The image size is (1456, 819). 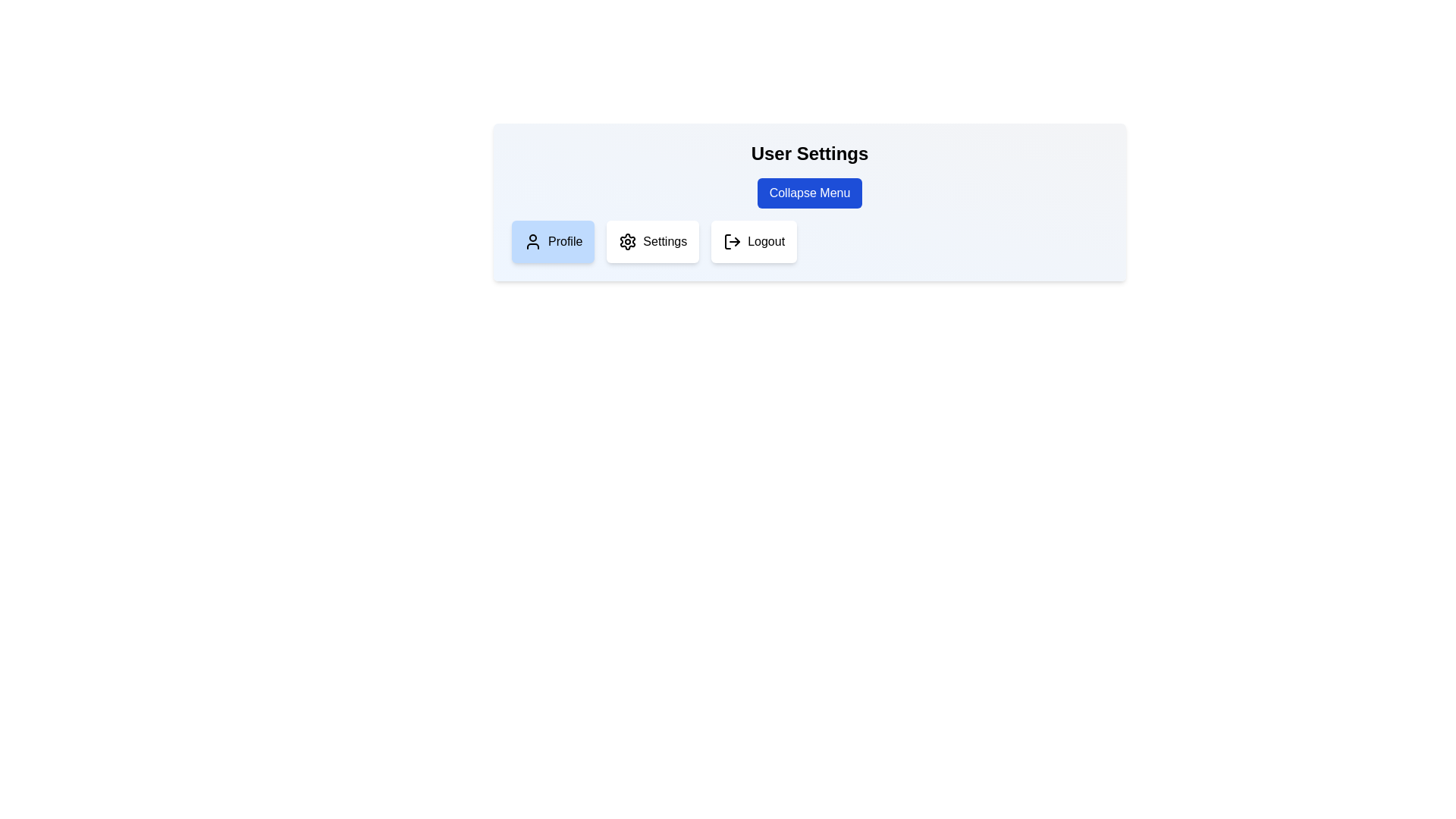 I want to click on the Settings icon to interact with it, so click(x=628, y=241).